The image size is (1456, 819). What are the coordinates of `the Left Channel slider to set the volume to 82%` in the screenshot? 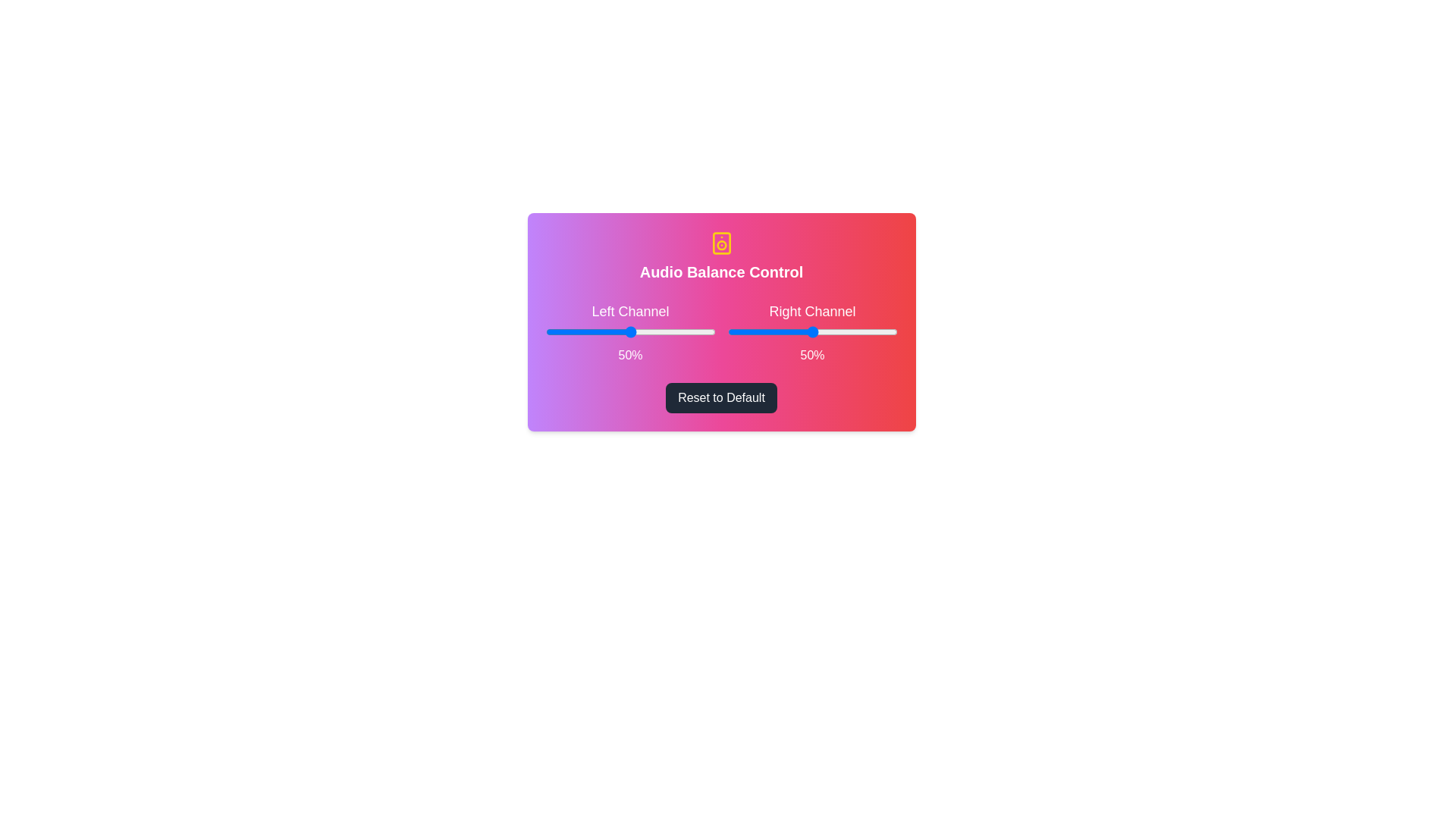 It's located at (684, 331).